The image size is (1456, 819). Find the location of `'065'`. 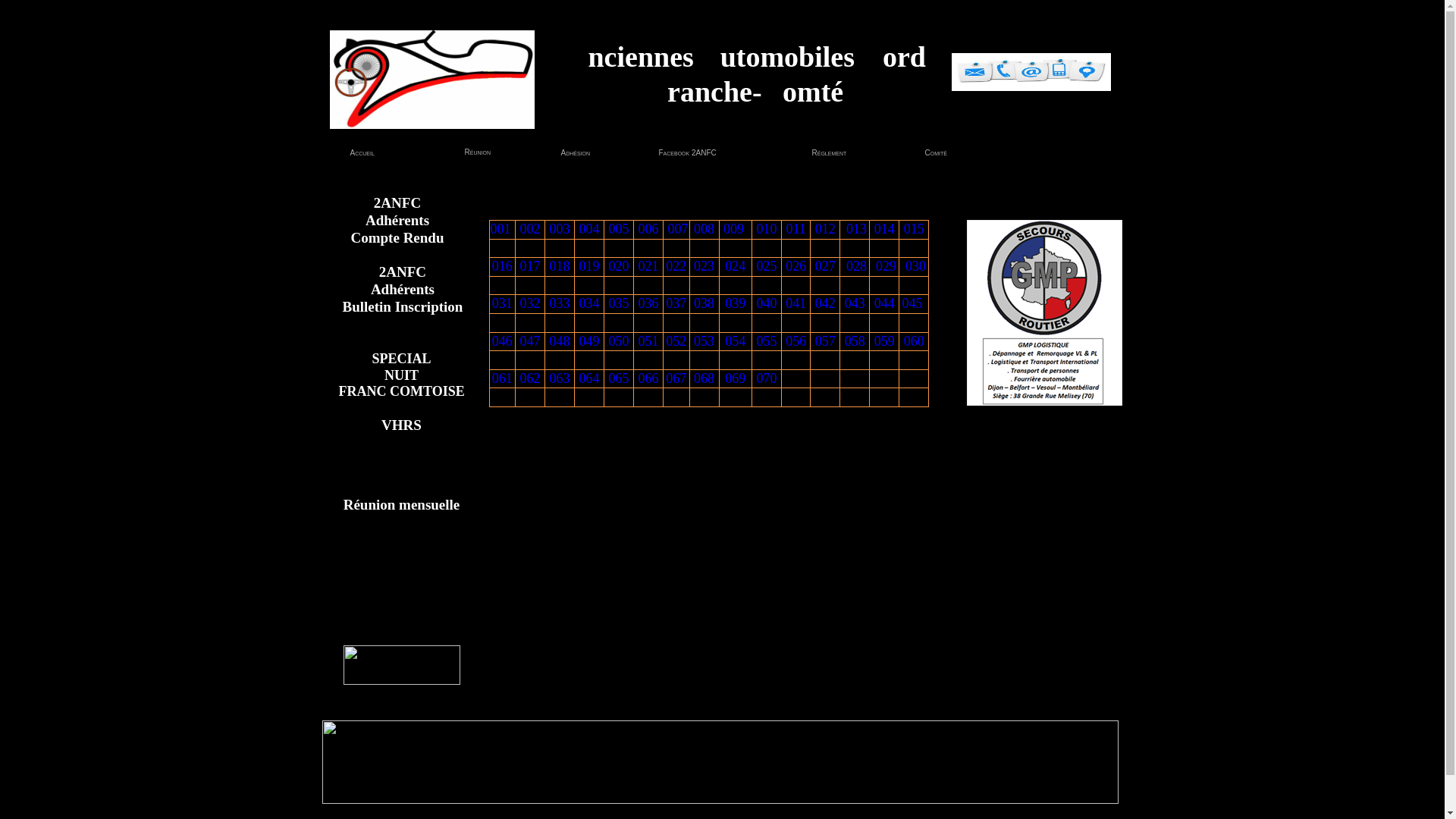

'065' is located at coordinates (618, 377).